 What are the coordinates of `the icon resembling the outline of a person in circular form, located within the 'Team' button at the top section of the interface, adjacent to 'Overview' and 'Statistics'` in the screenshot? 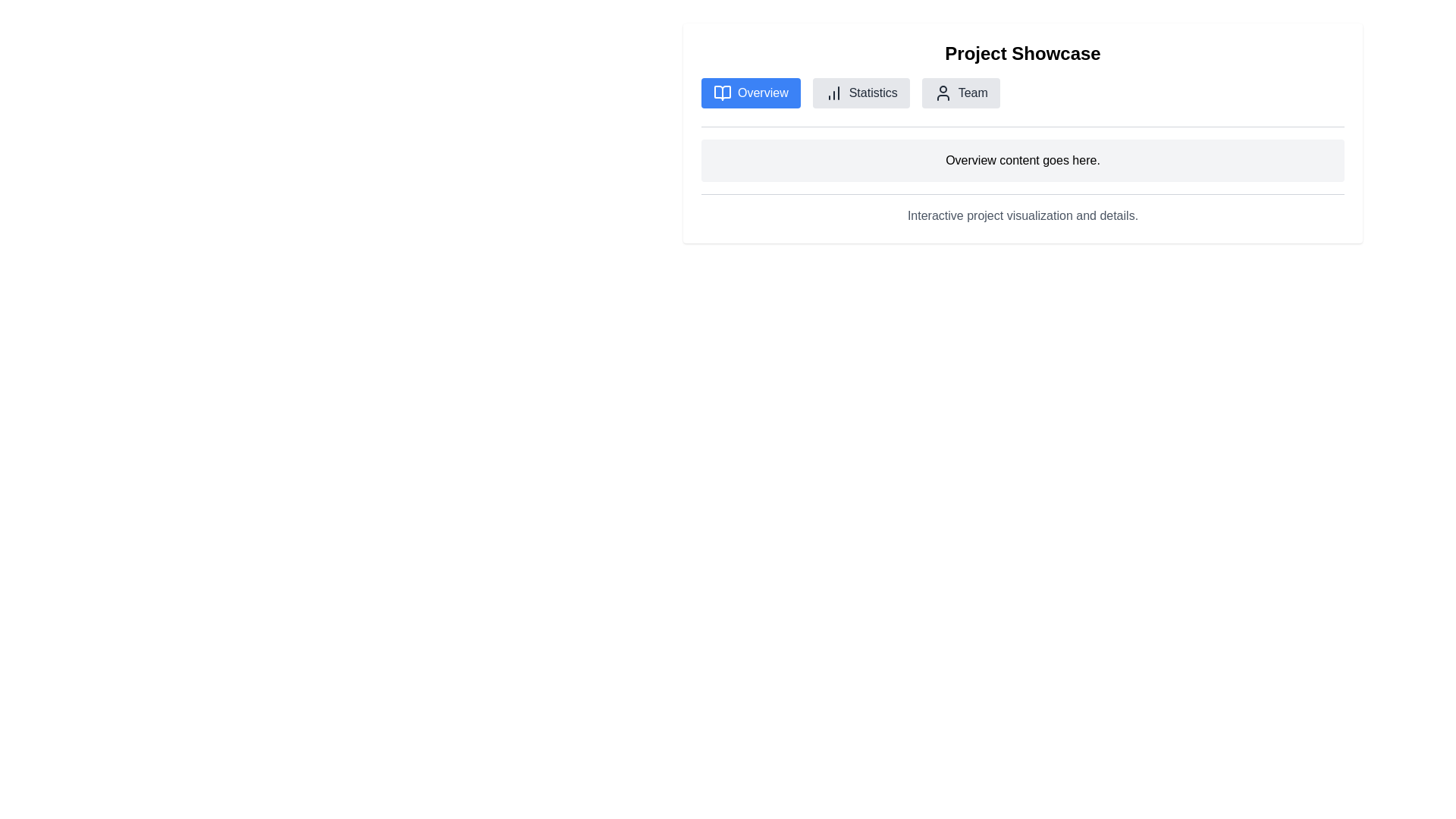 It's located at (942, 93).